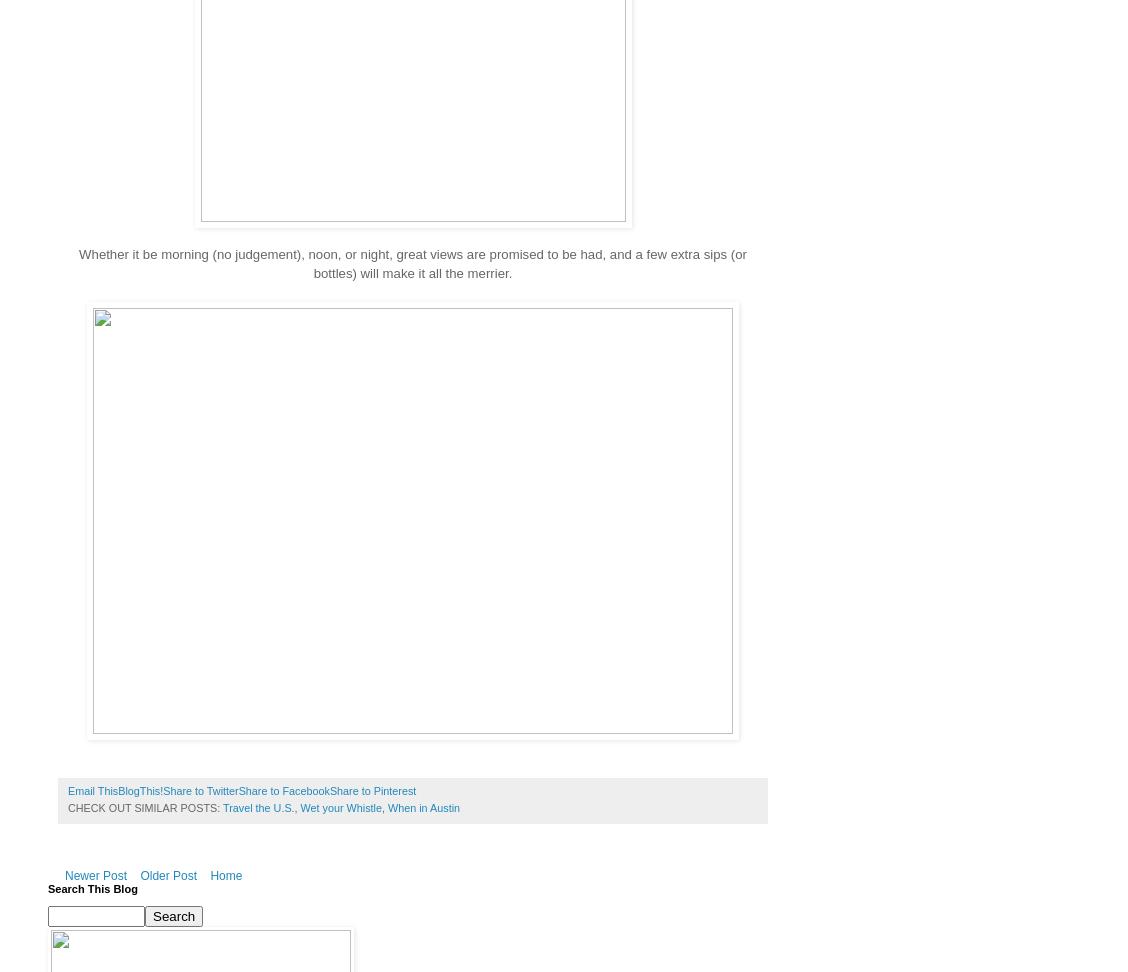  I want to click on 'Email This', so click(92, 790).